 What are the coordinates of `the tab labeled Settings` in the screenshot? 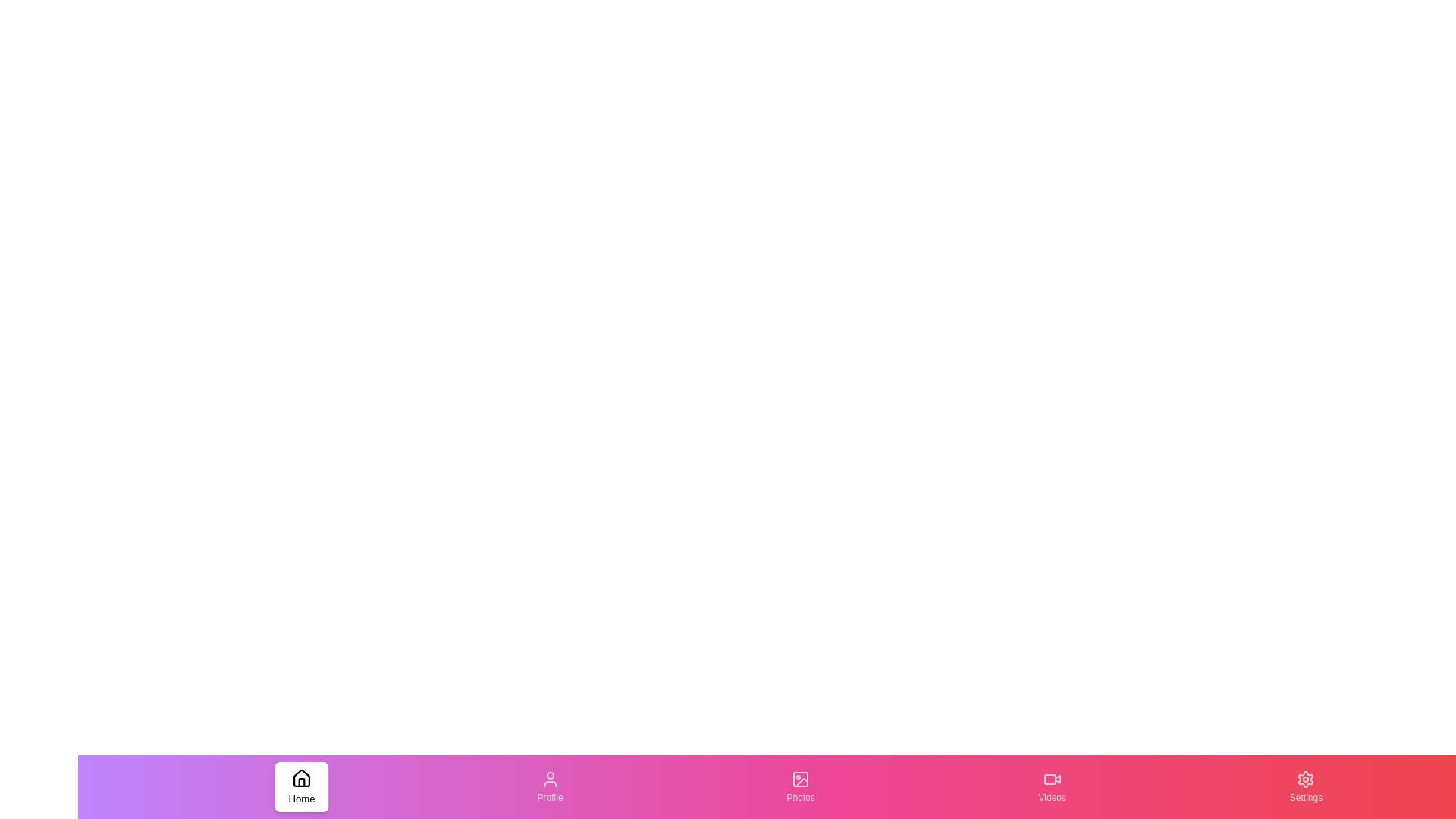 It's located at (1305, 786).